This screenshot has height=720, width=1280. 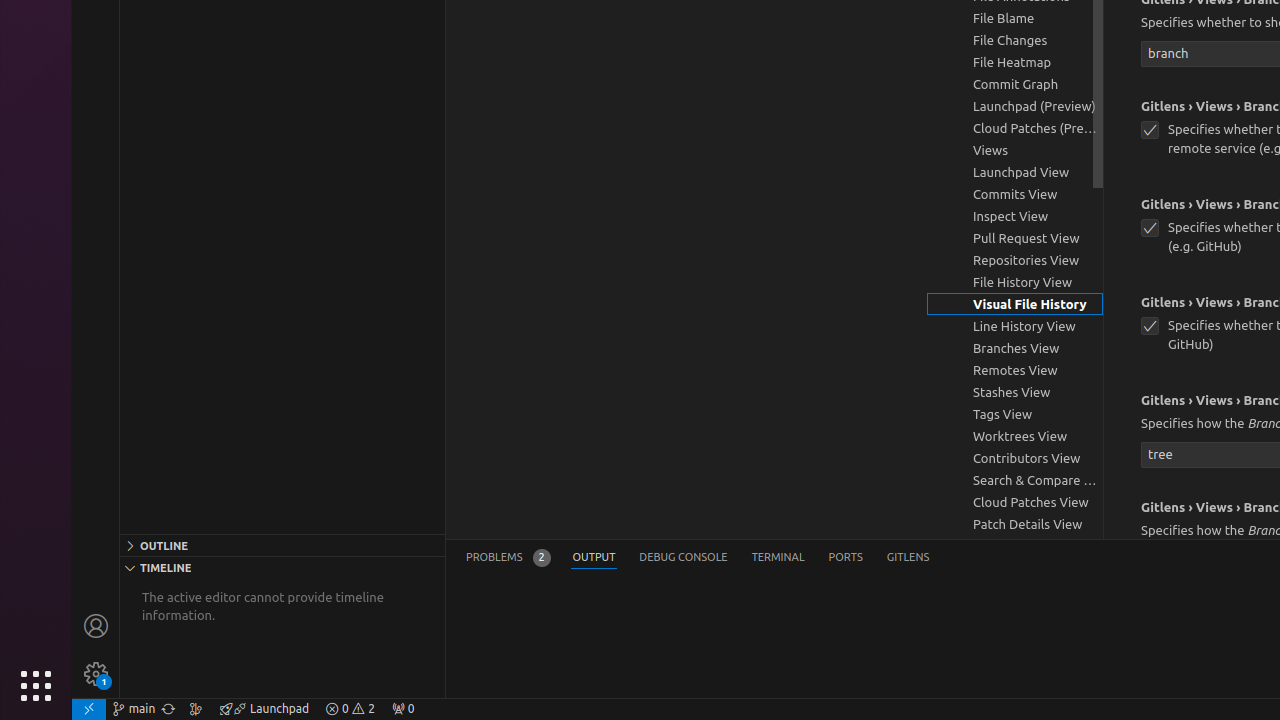 I want to click on 'Ports', so click(x=845, y=557).